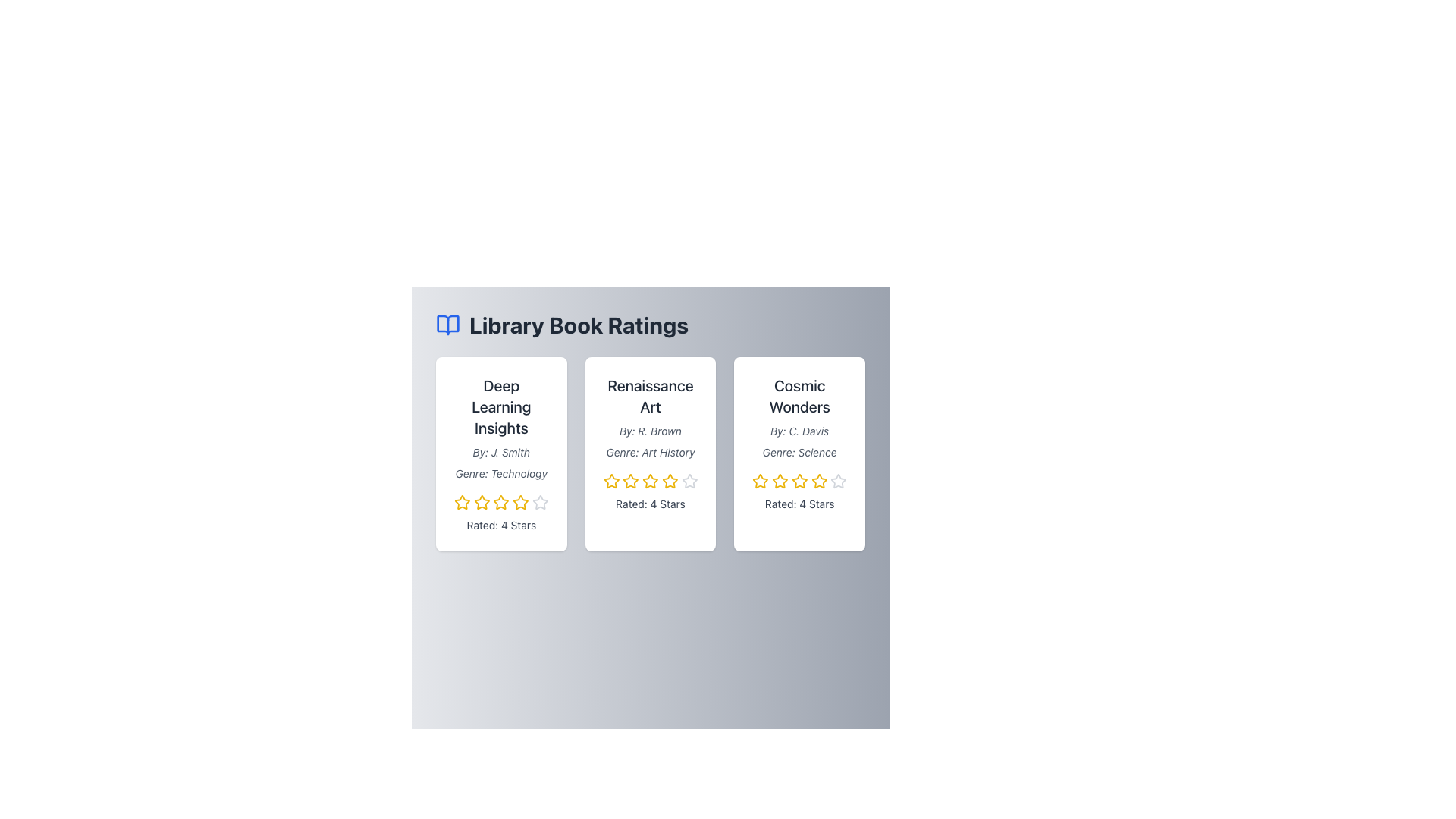  What do you see at coordinates (501, 452) in the screenshot?
I see `text label stating 'By: J. Smith', which is styled in a small, italicized gray font, located beneath the header 'Deep Learning Insights' and above the genre line in the first card of a three-column layout` at bounding box center [501, 452].